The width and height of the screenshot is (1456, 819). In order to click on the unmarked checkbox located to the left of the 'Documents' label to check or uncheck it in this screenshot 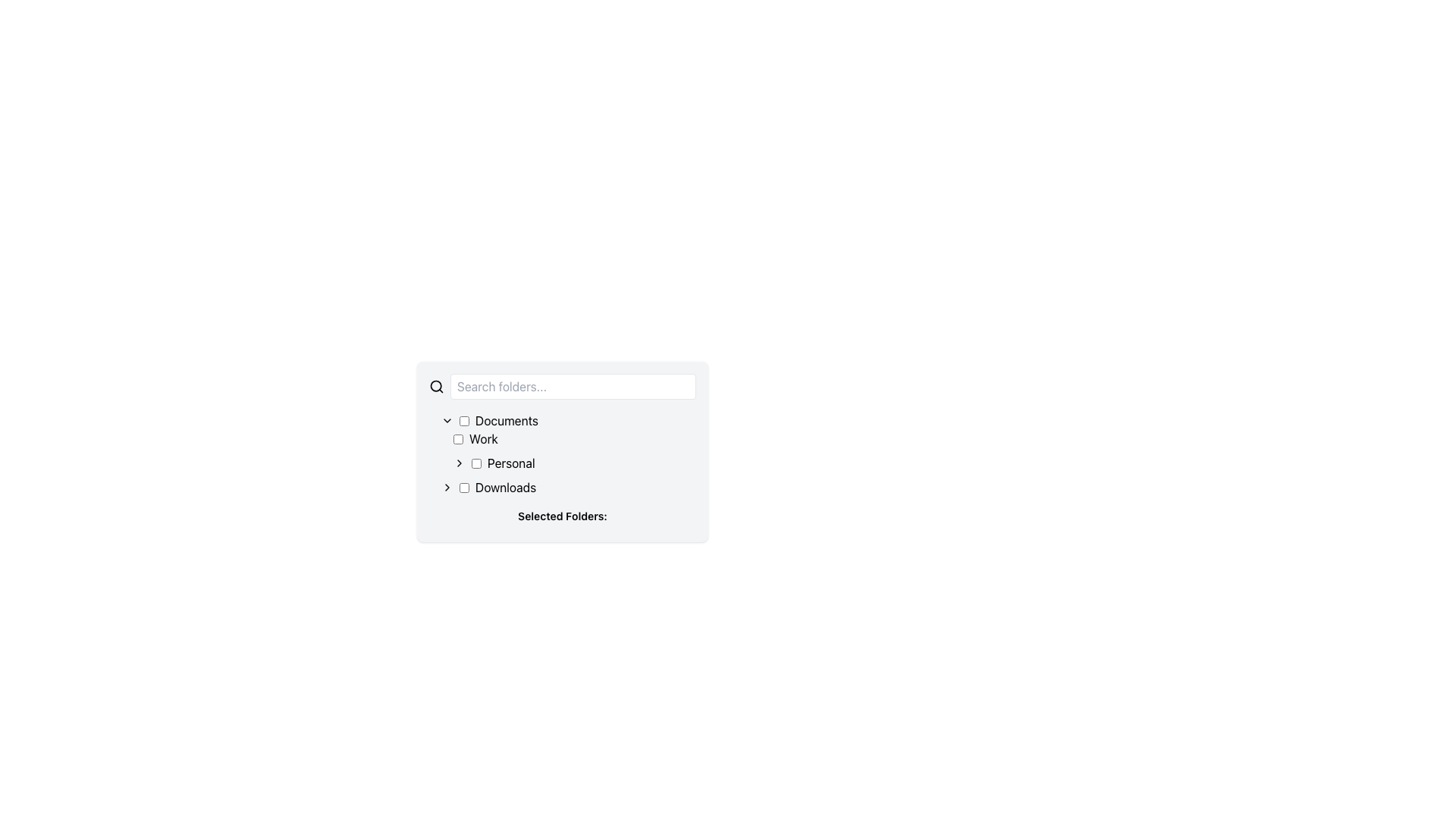, I will do `click(463, 421)`.